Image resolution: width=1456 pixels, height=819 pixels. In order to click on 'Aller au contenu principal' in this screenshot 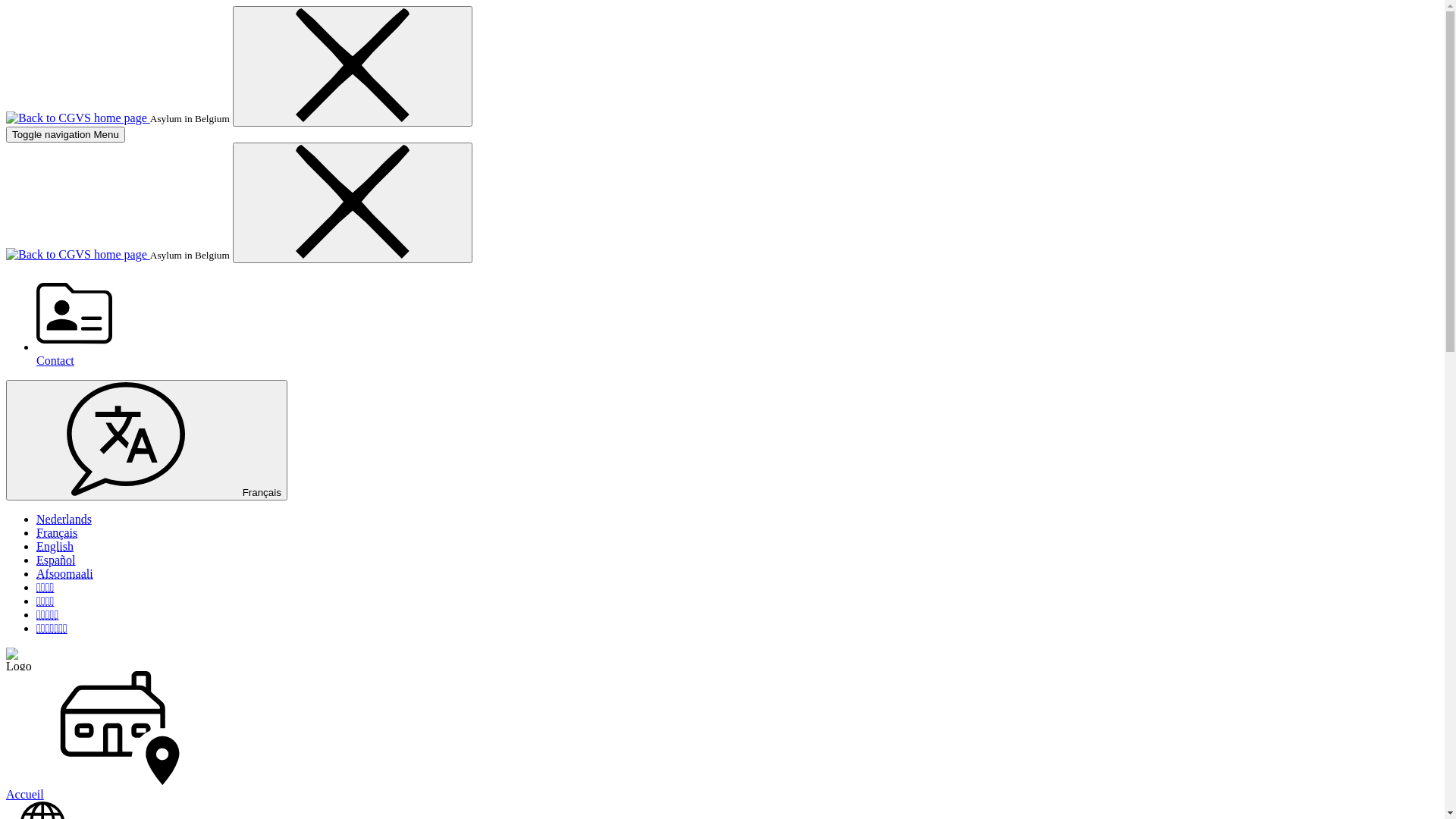, I will do `click(6, 6)`.